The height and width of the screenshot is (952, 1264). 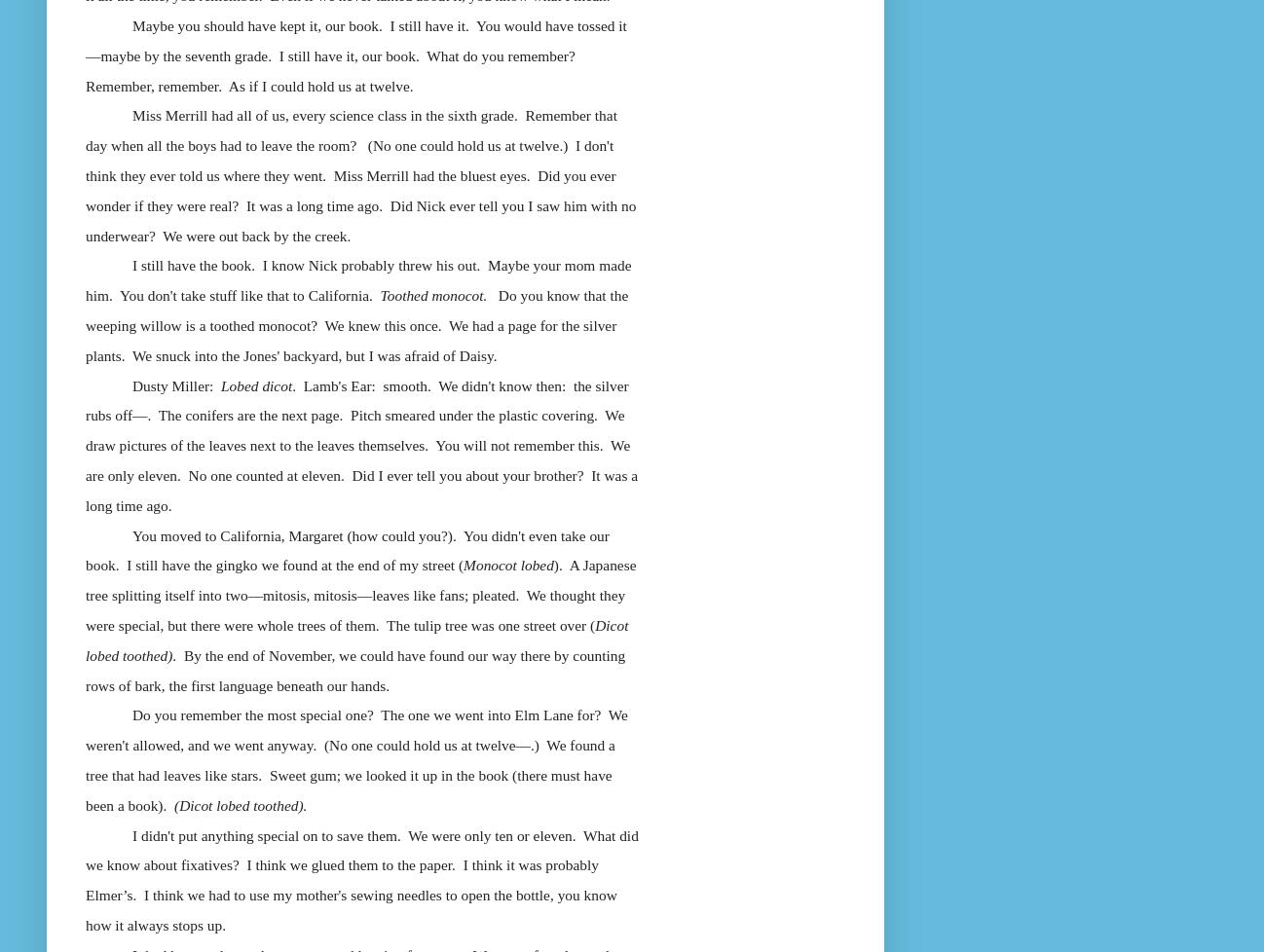 What do you see at coordinates (360, 595) in the screenshot?
I see `').  A Japanese
tree splitting itself into two—mitosis, mitosis—leaves like fans; pleated.  We thought they were special, but there were
whole trees of them.  The tulip tree was
one street over ('` at bounding box center [360, 595].